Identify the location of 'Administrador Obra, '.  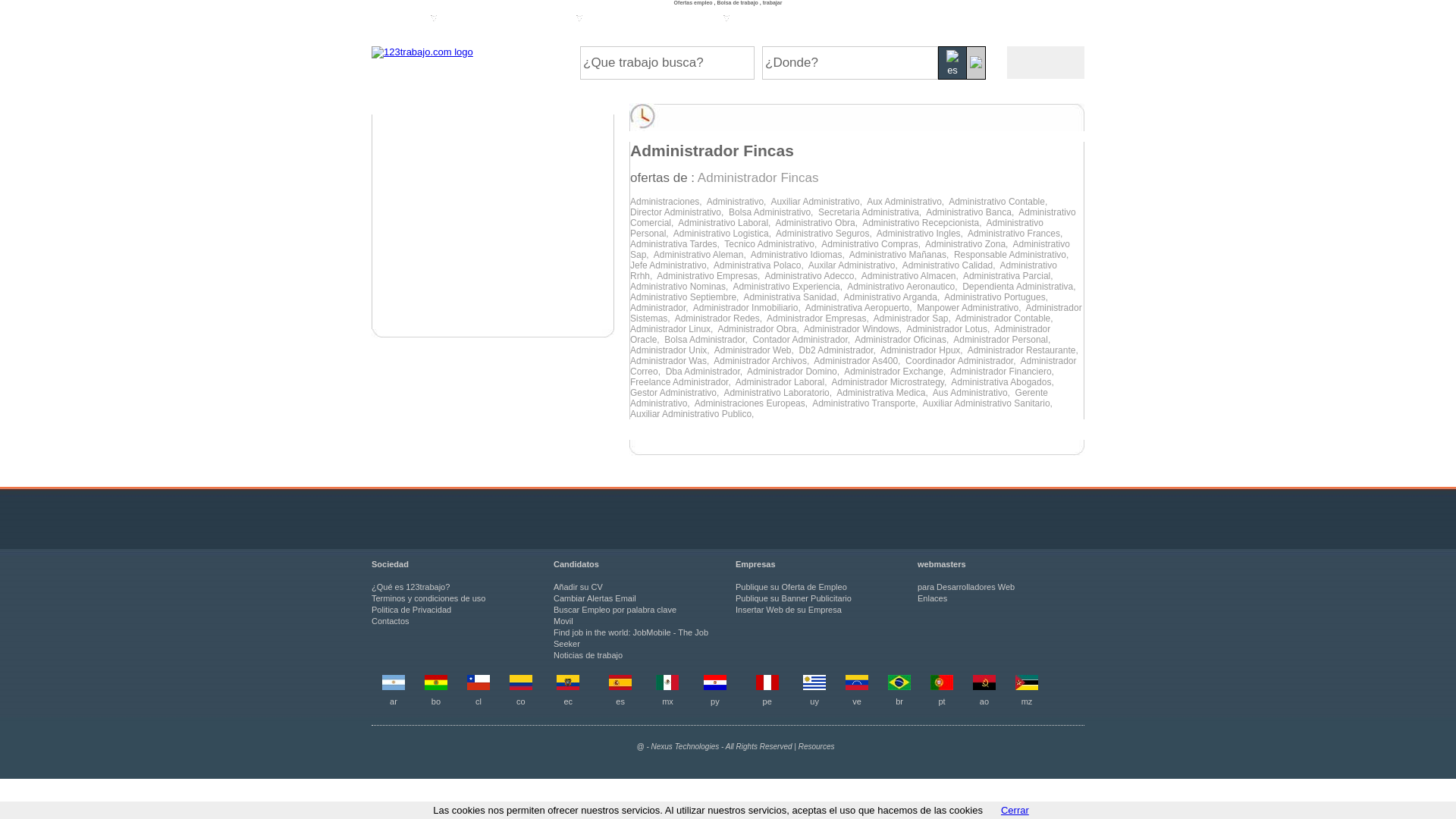
(760, 328).